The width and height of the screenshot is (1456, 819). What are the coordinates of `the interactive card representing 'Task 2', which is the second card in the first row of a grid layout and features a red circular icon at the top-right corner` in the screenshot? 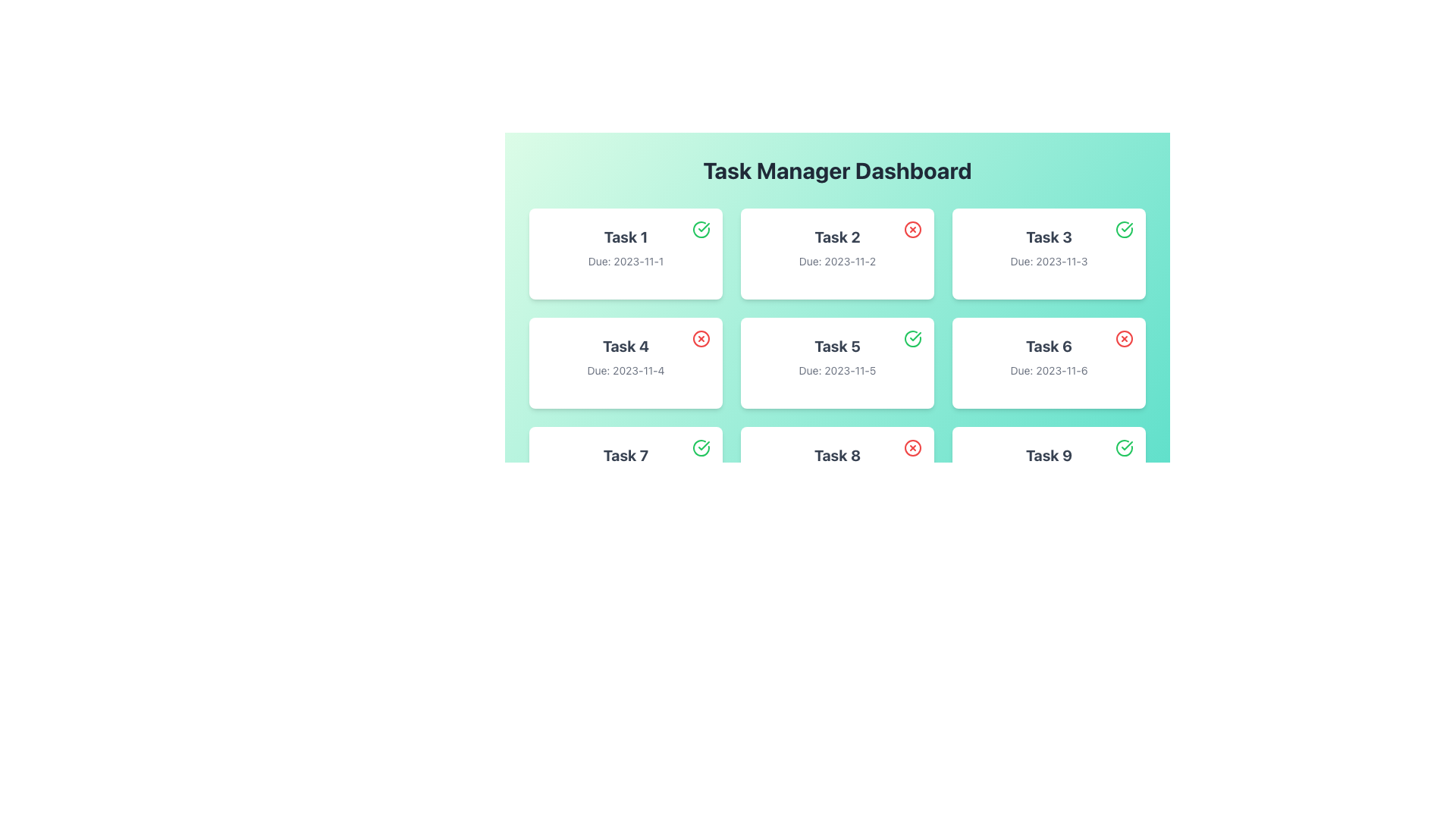 It's located at (836, 253).